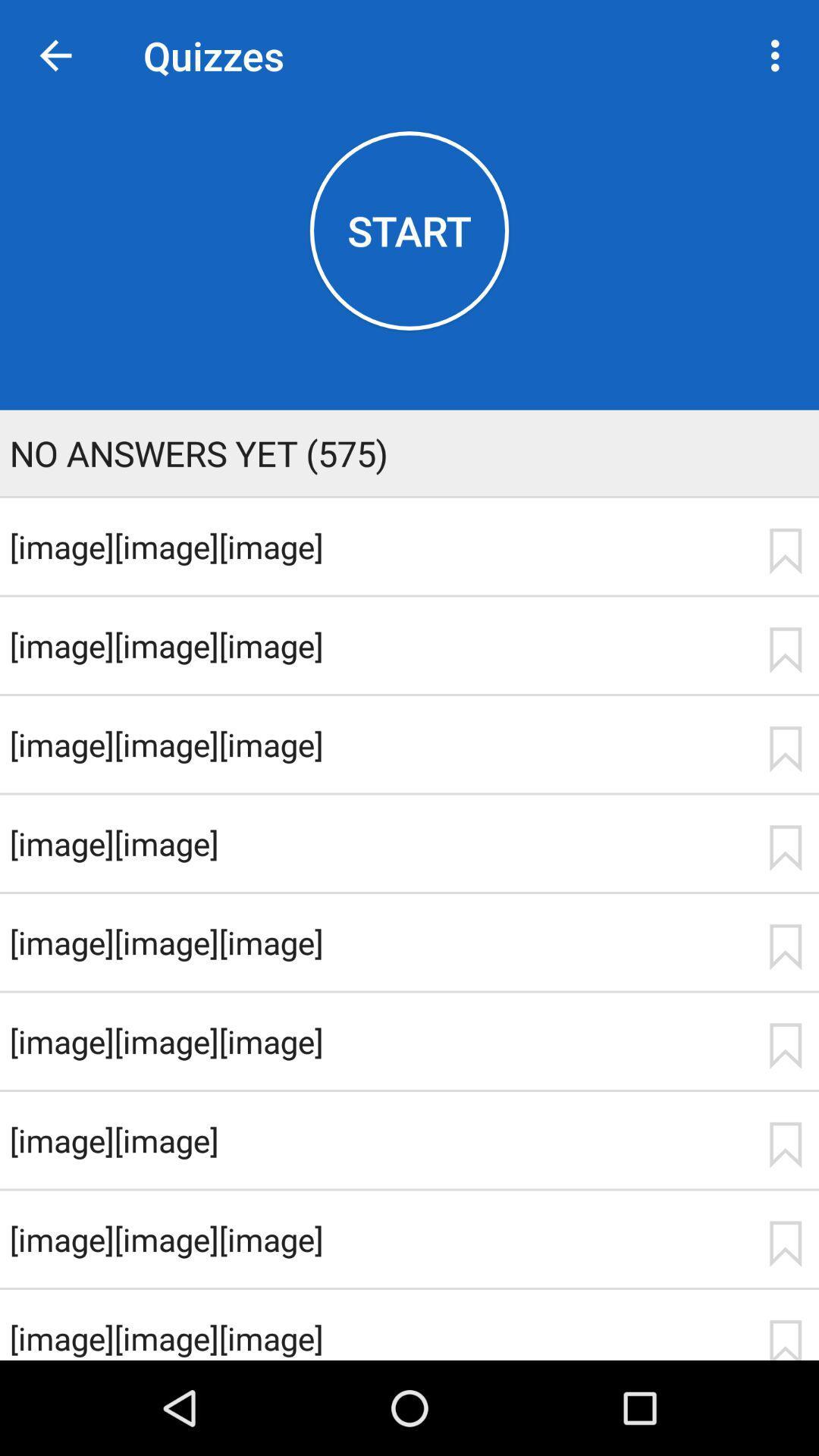  What do you see at coordinates (785, 1045) in the screenshot?
I see `tag title` at bounding box center [785, 1045].